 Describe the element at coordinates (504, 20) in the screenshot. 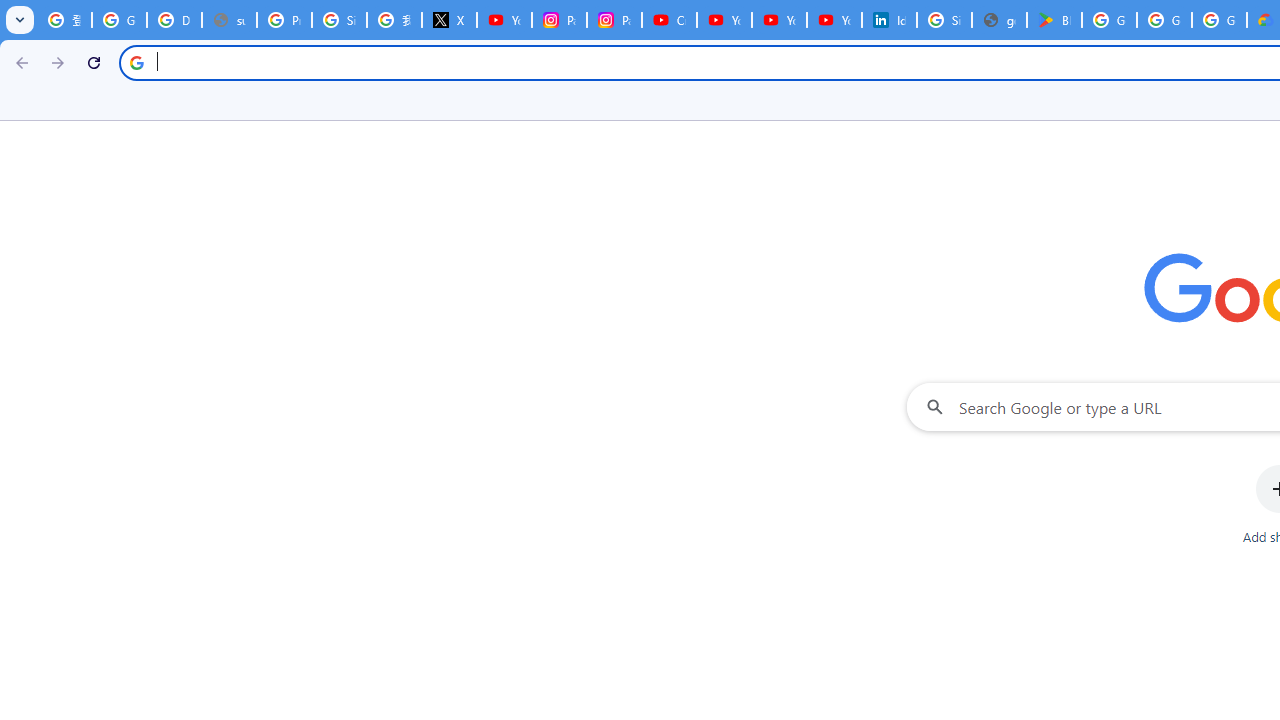

I see `'YouTube Content Monetization Policies - How YouTube Works'` at that location.